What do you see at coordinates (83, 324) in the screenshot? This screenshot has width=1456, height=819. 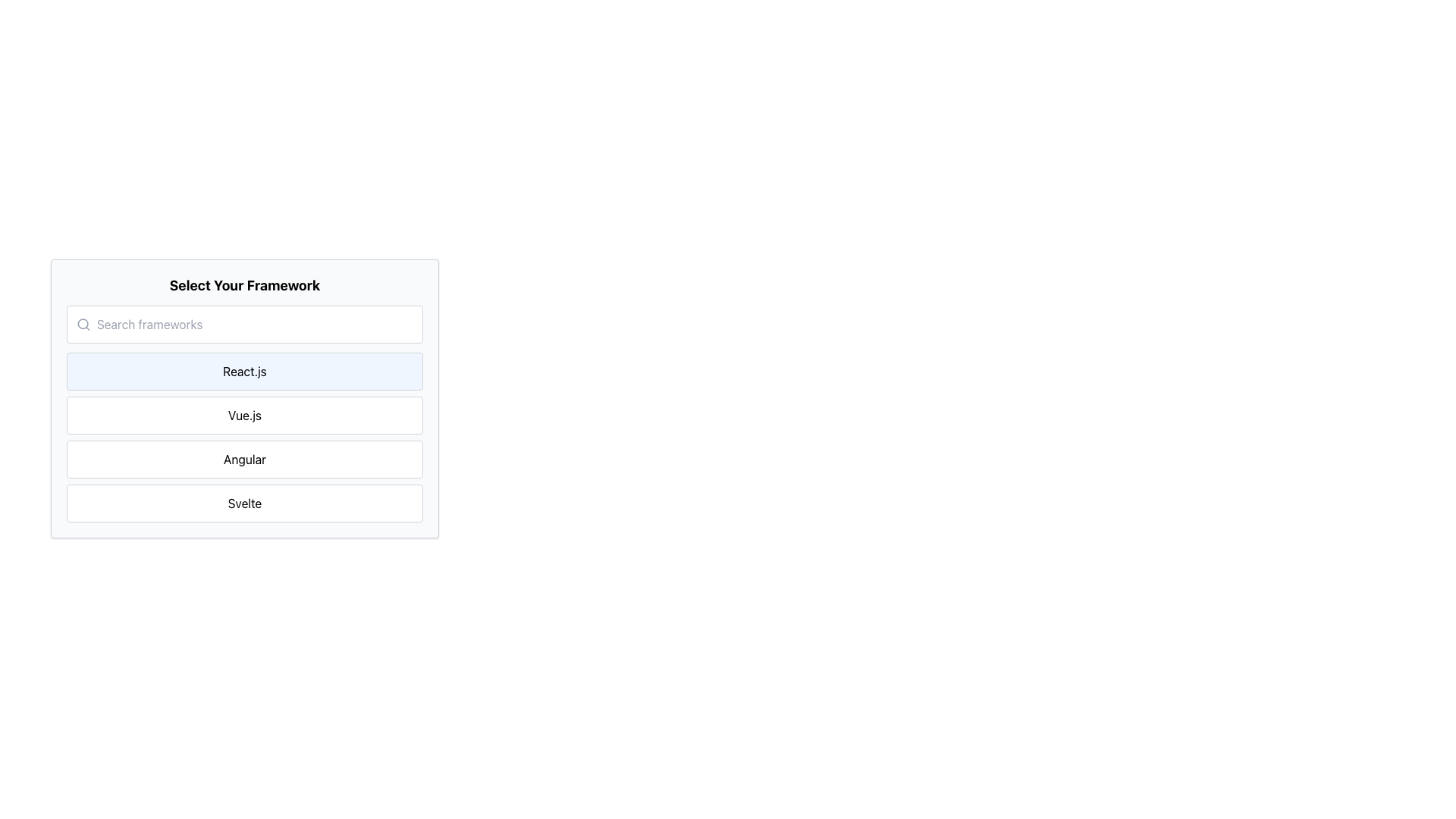 I see `the search icon located inside the search input field, which precedes the placeholder text 'Search frameworks'` at bounding box center [83, 324].